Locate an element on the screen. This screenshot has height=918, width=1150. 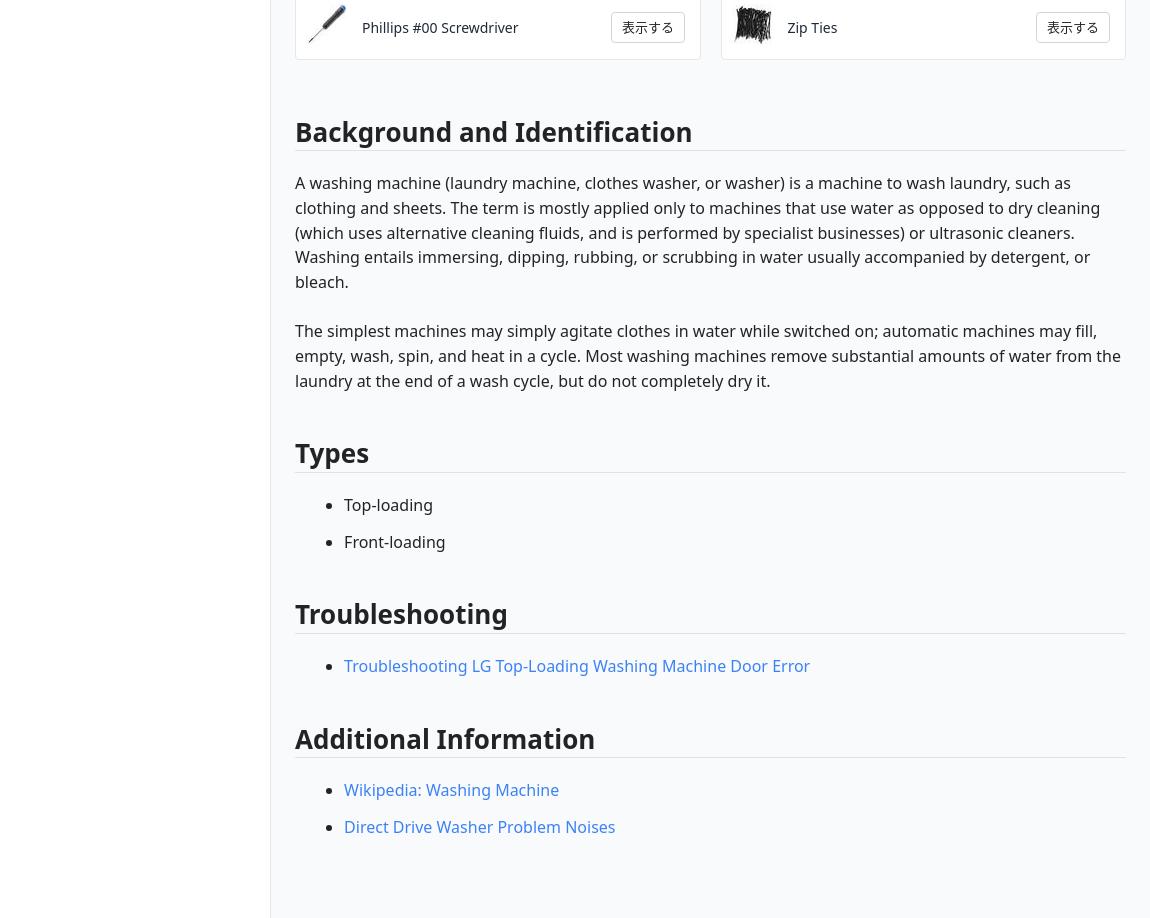
'Additional Information' is located at coordinates (294, 736).